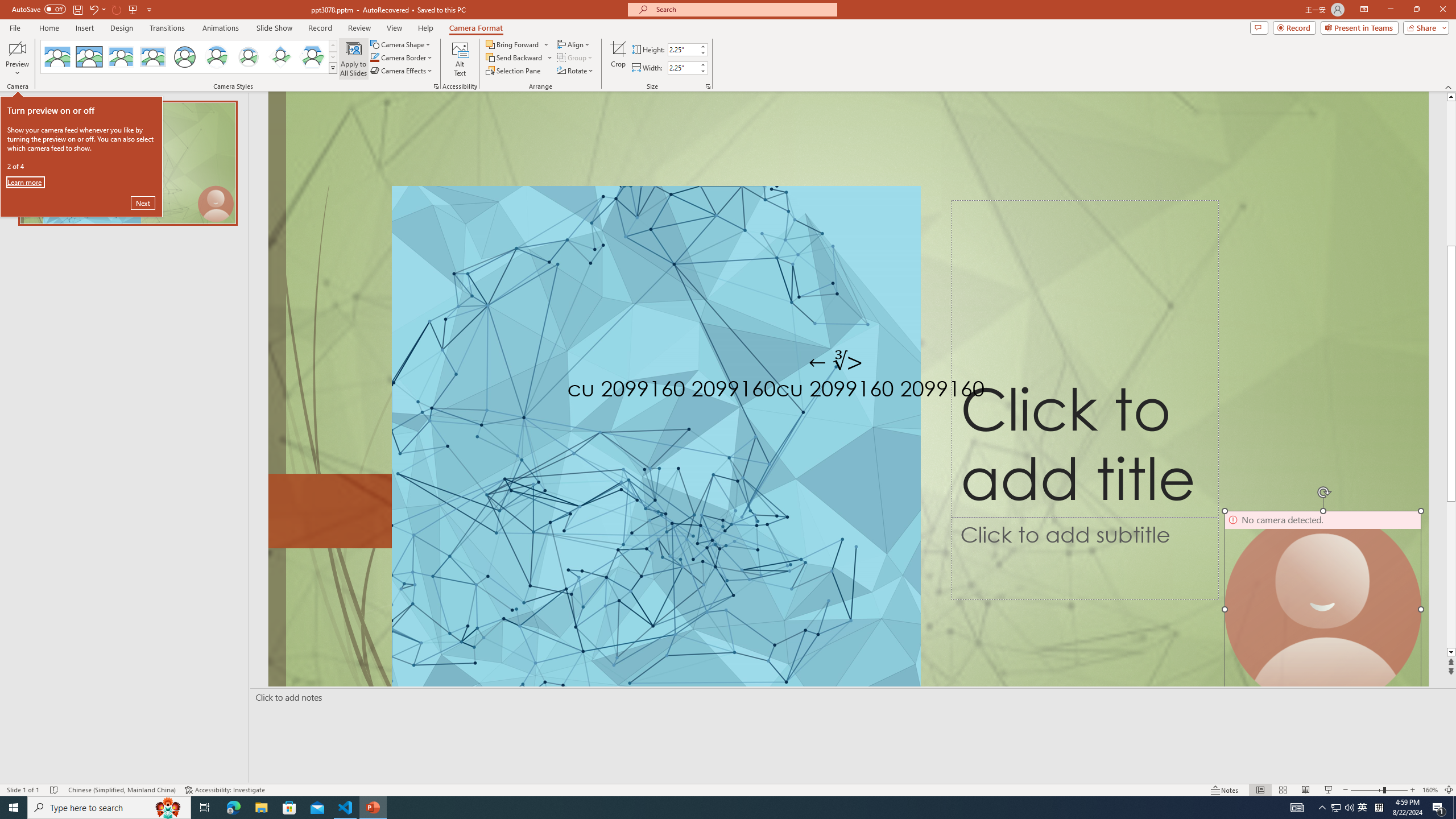 This screenshot has height=819, width=1456. What do you see at coordinates (707, 85) in the screenshot?
I see `'Size and Position...'` at bounding box center [707, 85].